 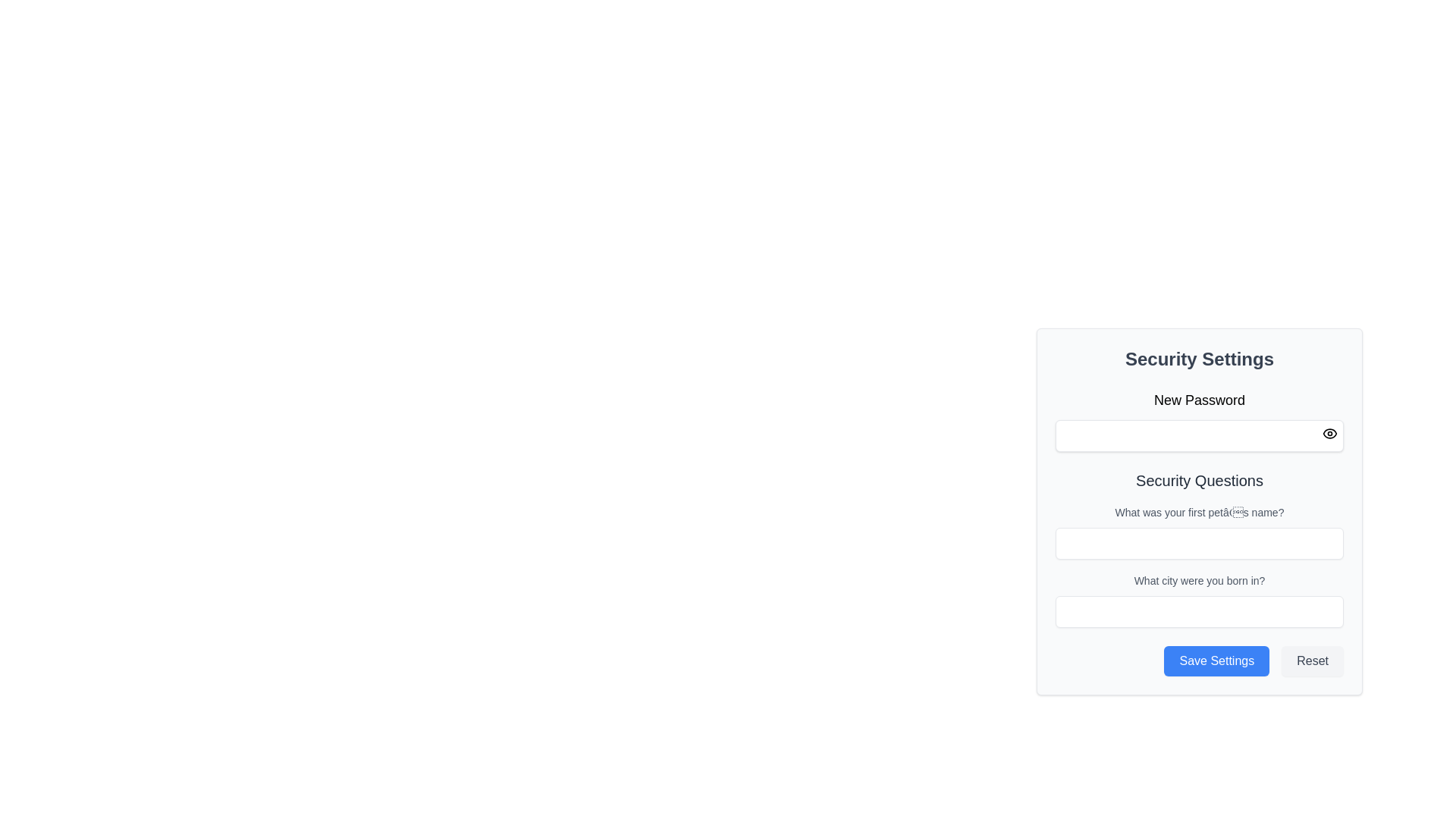 What do you see at coordinates (1199, 549) in the screenshot?
I see `the 'Security Questions' section within the 'Security Settings' form` at bounding box center [1199, 549].